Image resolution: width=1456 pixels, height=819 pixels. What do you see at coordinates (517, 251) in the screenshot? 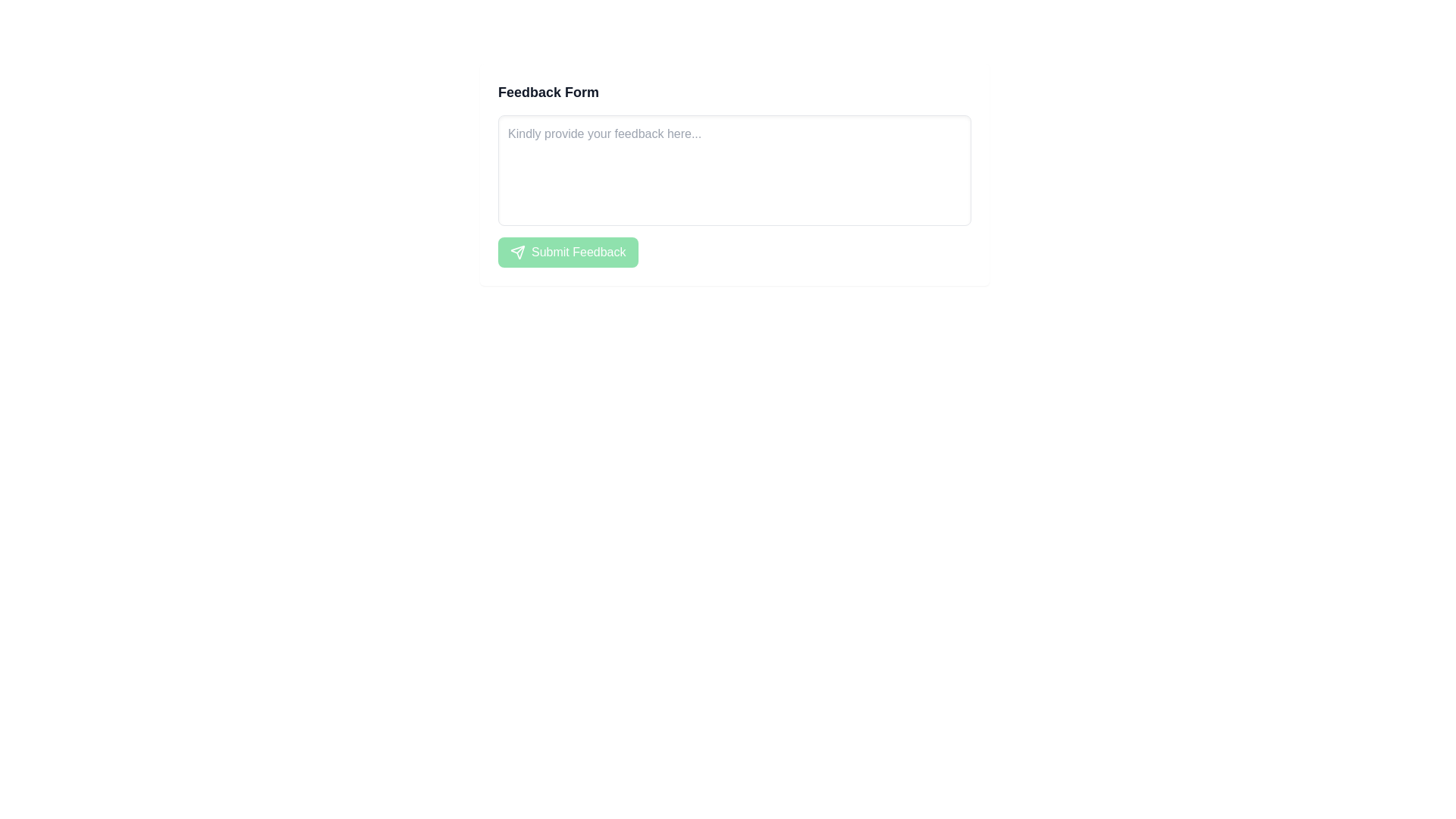
I see `the 'Submit Feedback' button by clicking on the decorative icon located at the leftmost position within the button, just before the text label` at bounding box center [517, 251].